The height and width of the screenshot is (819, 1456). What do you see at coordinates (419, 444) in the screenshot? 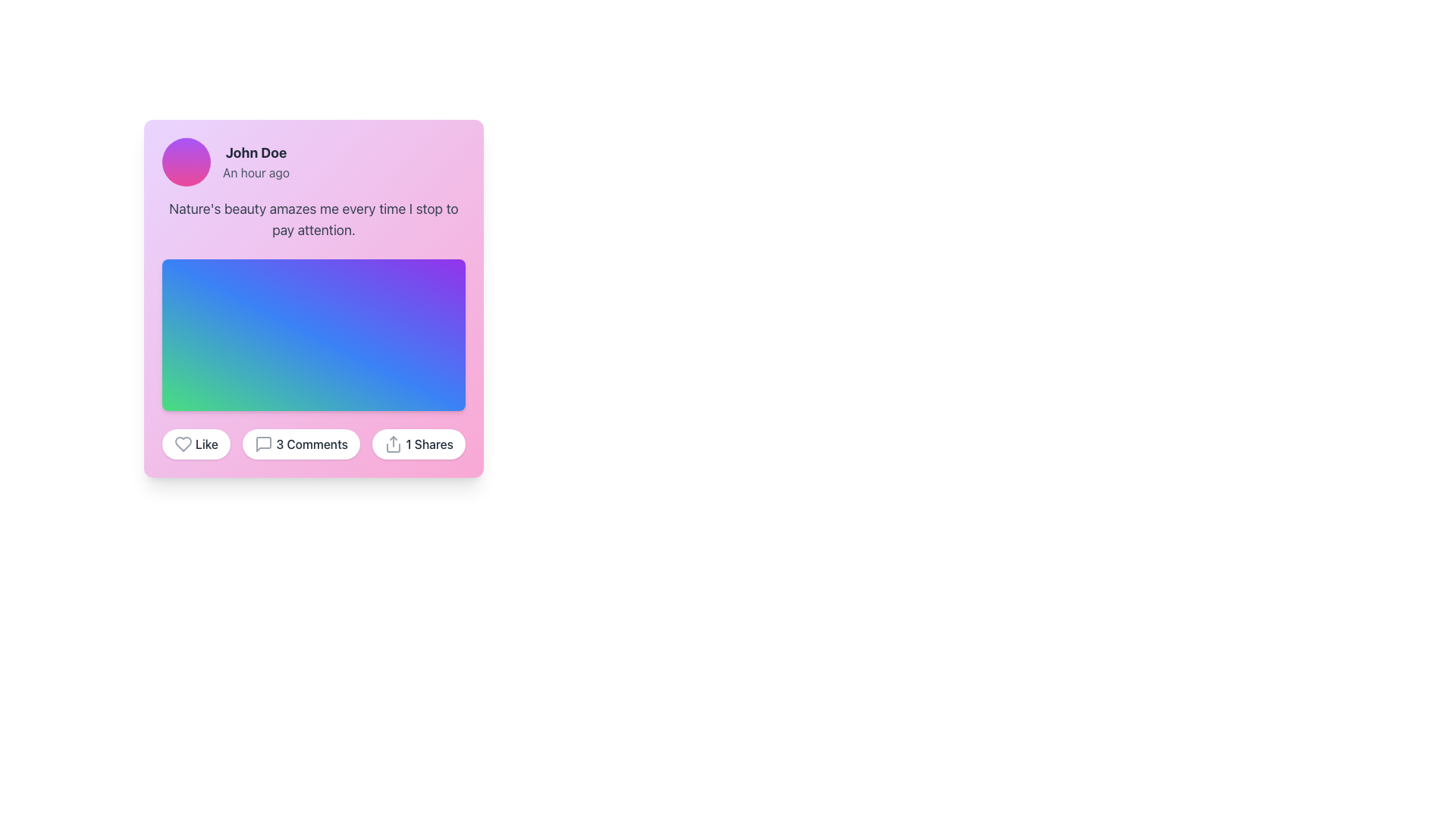
I see `the share button located at the bottom right of the card, which is the last button in a horizontal layout of three buttons` at bounding box center [419, 444].